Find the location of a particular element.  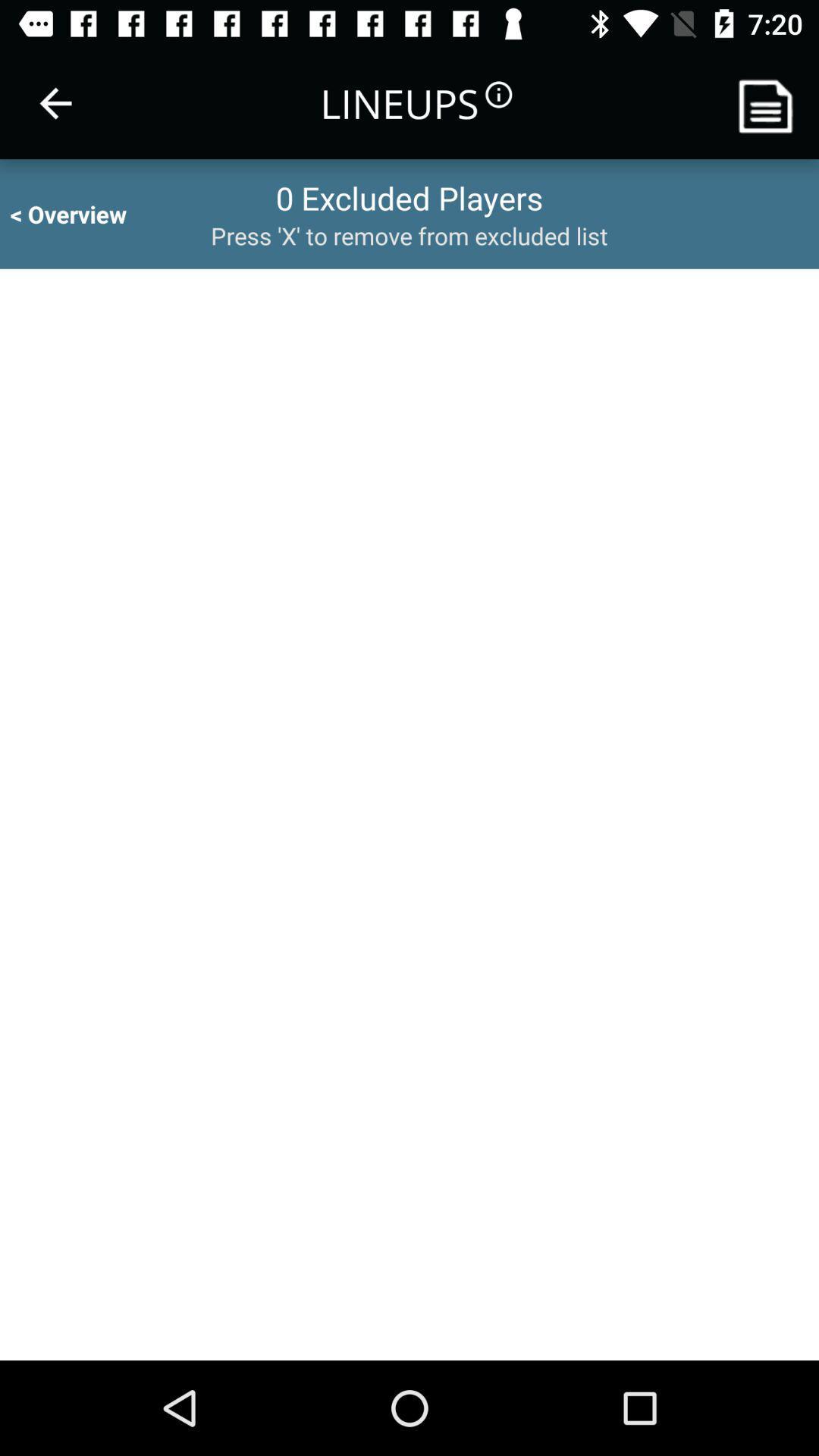

make list is located at coordinates (771, 102).